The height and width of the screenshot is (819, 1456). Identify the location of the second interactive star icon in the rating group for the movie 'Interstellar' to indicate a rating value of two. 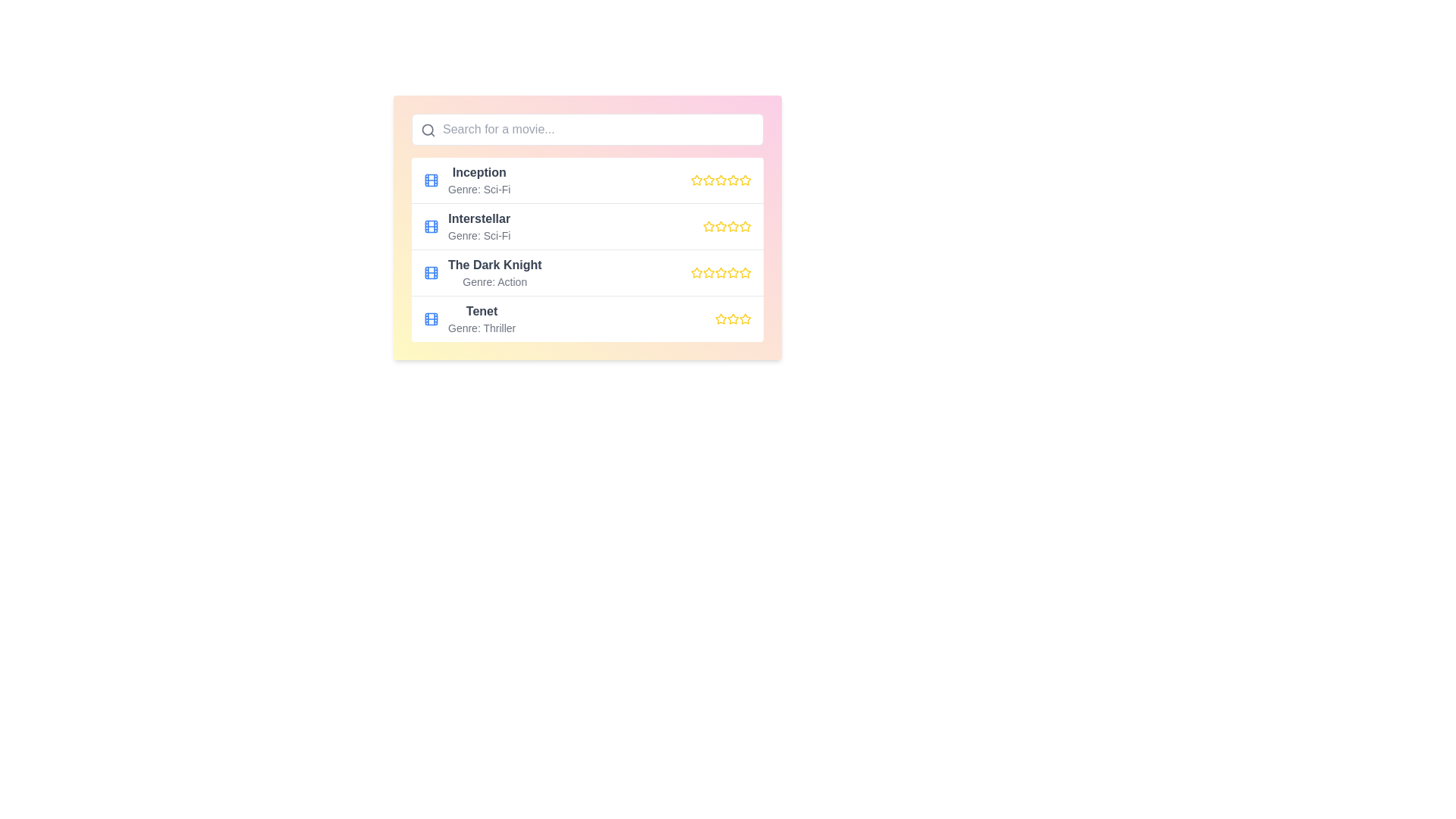
(720, 226).